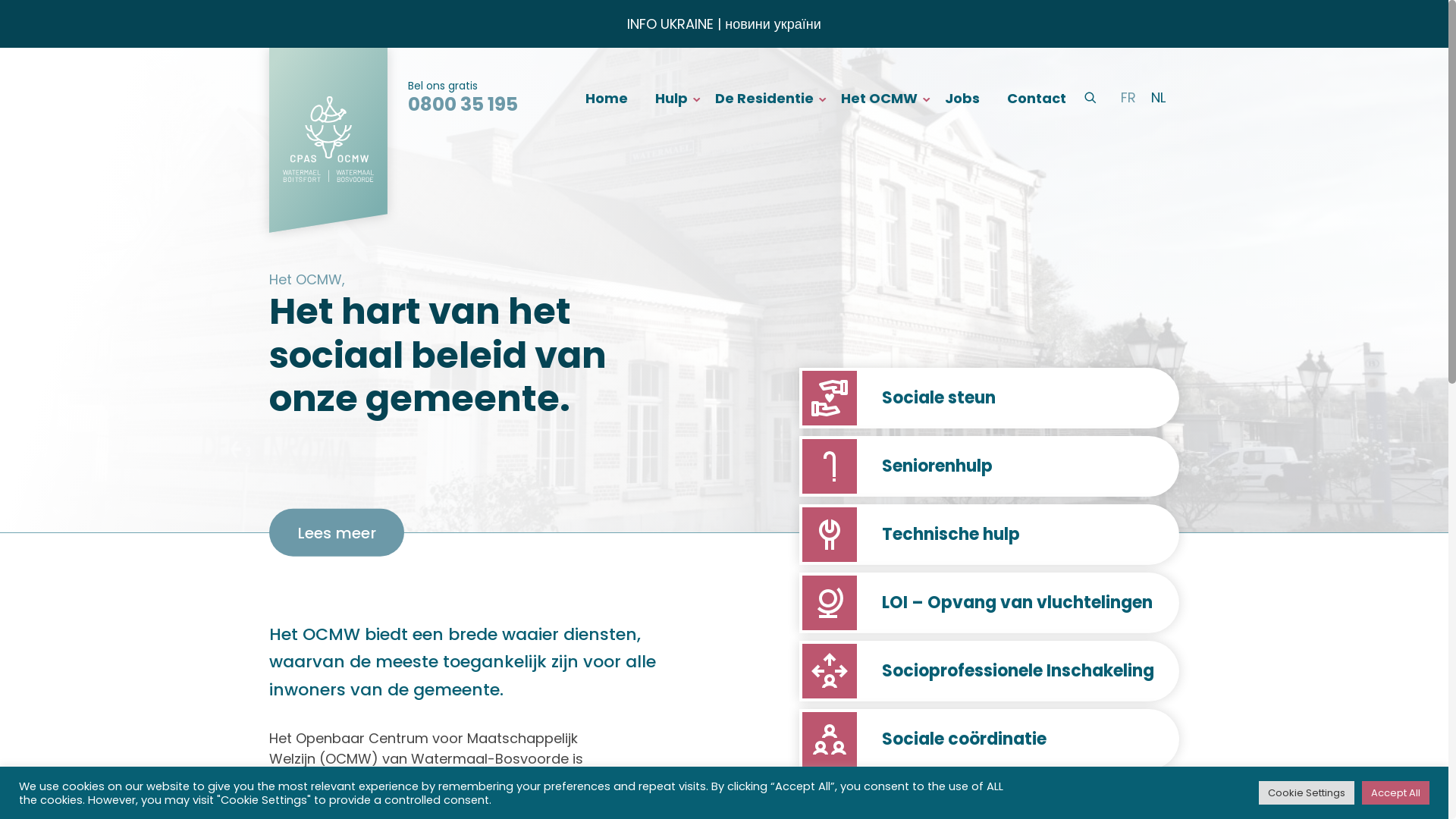  What do you see at coordinates (1113, 97) in the screenshot?
I see `'FR'` at bounding box center [1113, 97].